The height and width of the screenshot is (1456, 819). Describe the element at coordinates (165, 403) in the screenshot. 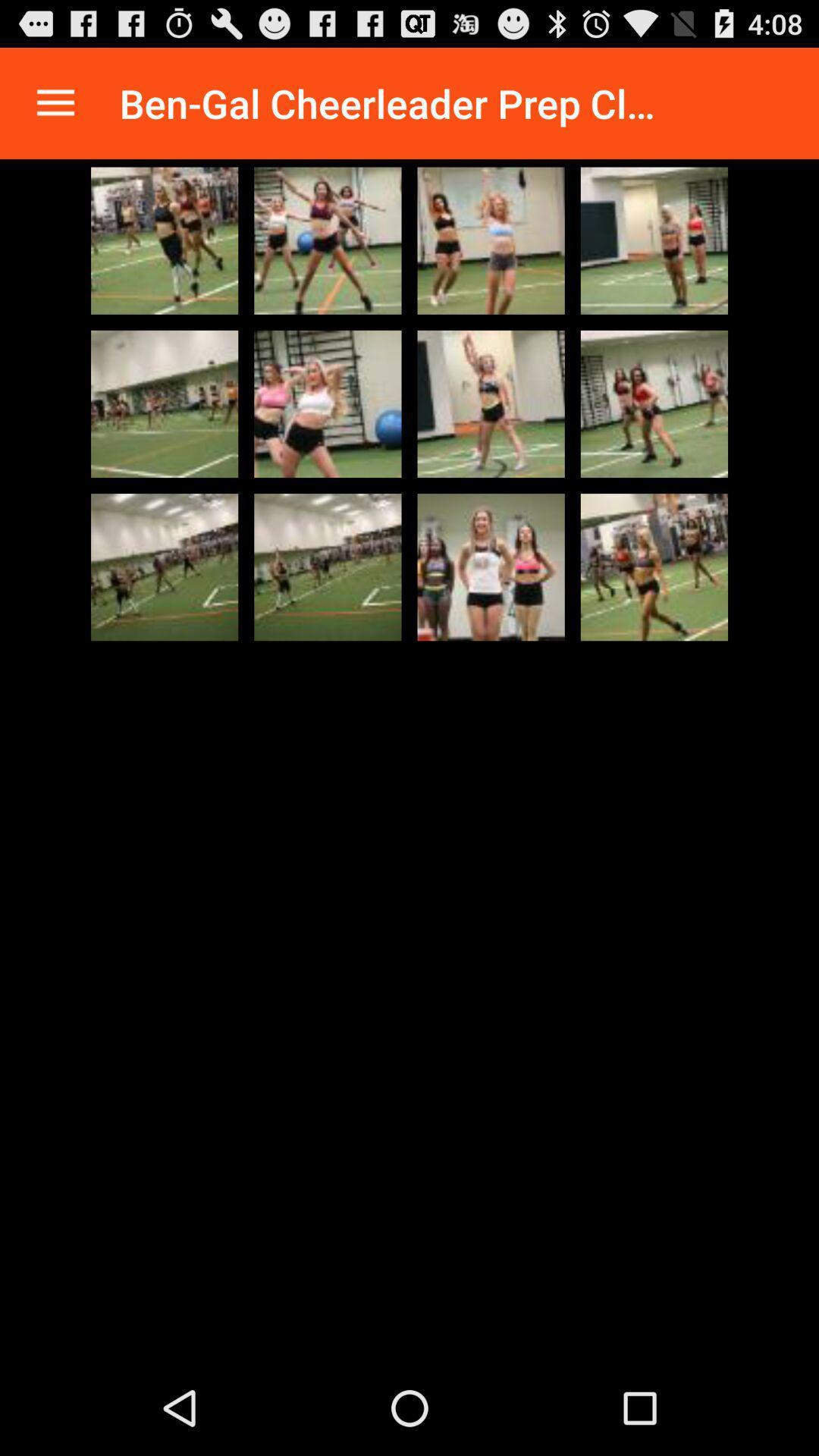

I see `hit the fifth option` at that location.